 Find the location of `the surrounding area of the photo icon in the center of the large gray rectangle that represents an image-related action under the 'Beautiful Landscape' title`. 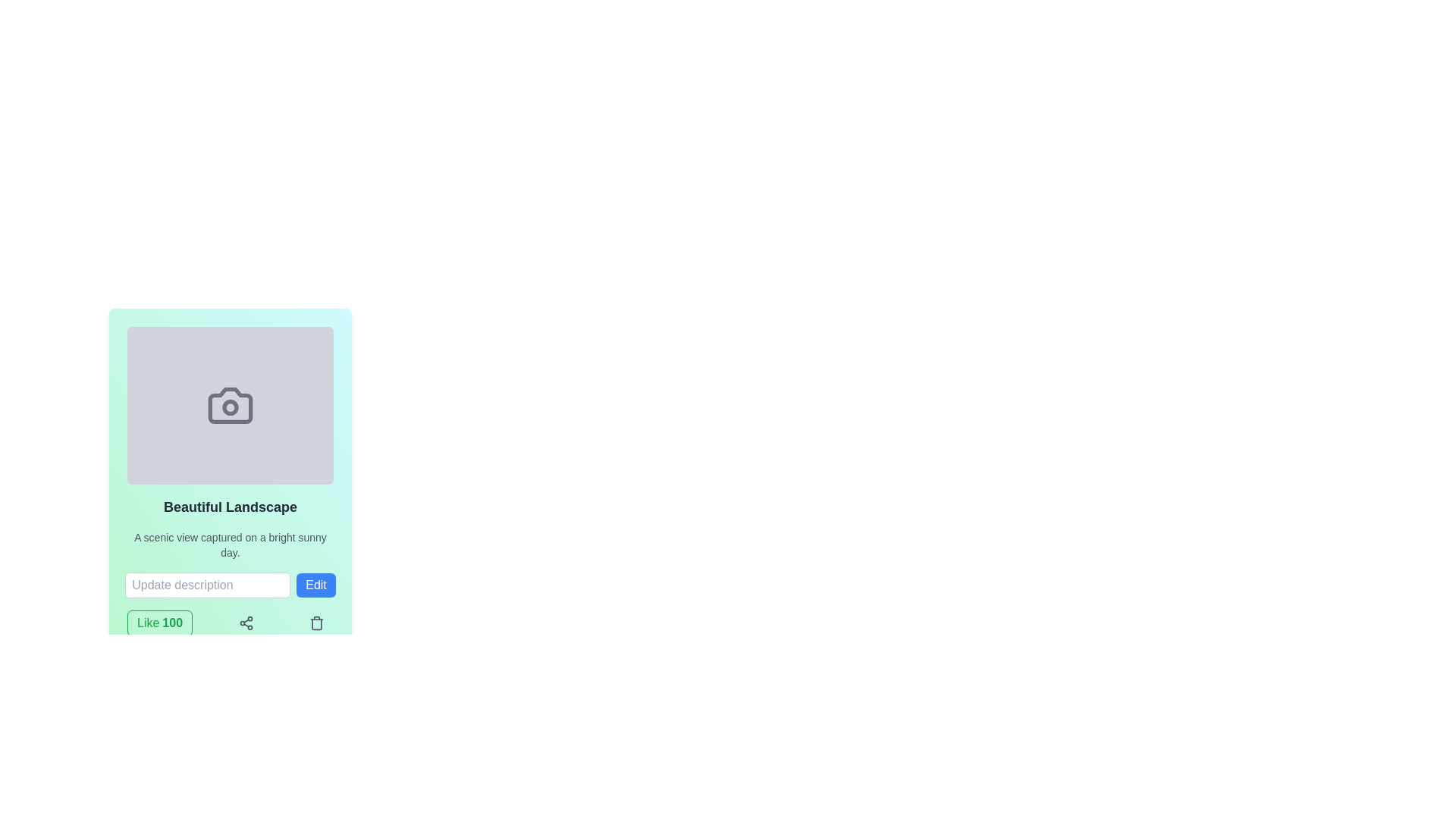

the surrounding area of the photo icon in the center of the large gray rectangle that represents an image-related action under the 'Beautiful Landscape' title is located at coordinates (229, 405).